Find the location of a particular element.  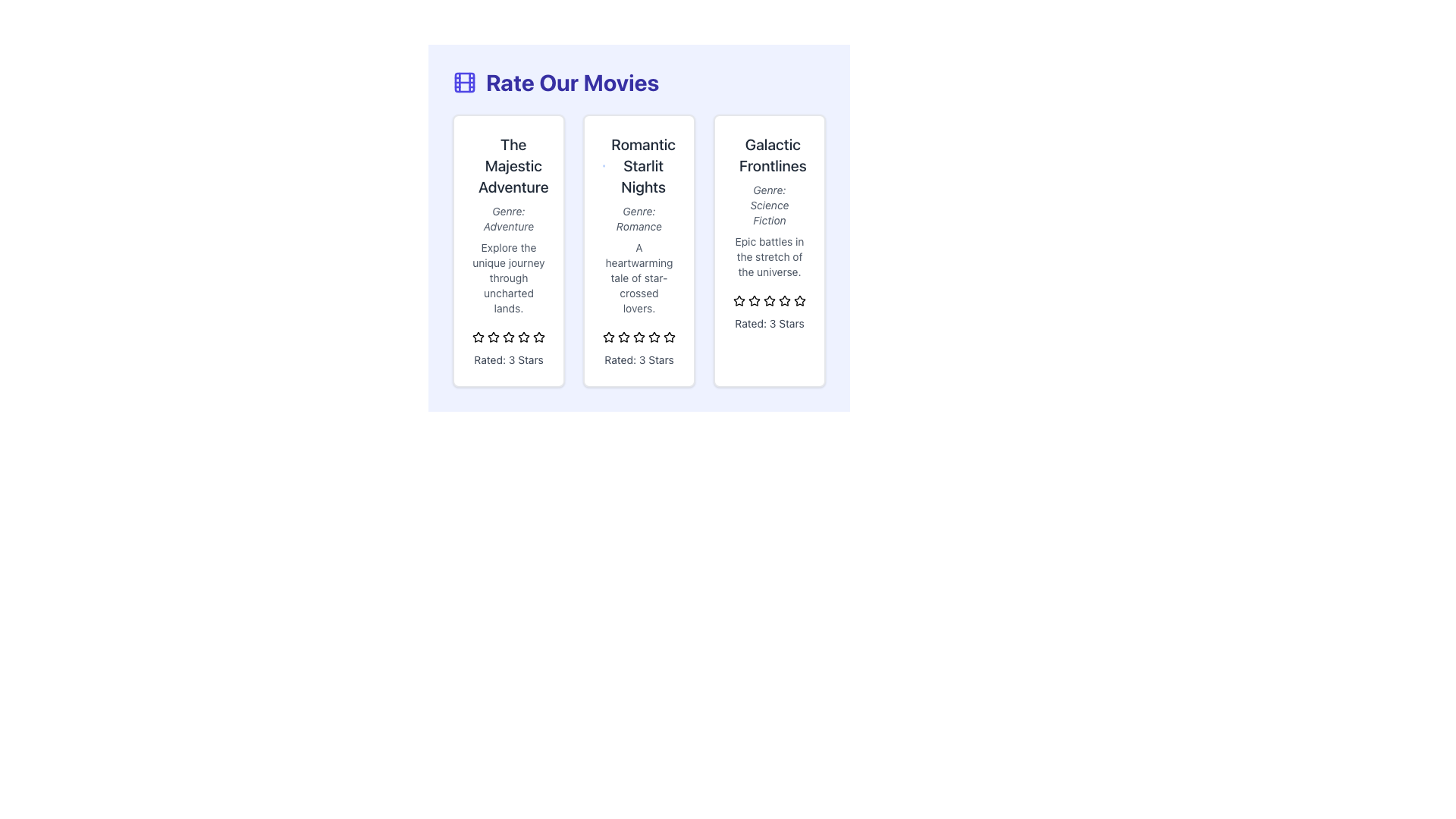

the second star icon (SVG) in the row of five stars under the 'Romantic Starlit Nights' heading for interaction is located at coordinates (608, 336).